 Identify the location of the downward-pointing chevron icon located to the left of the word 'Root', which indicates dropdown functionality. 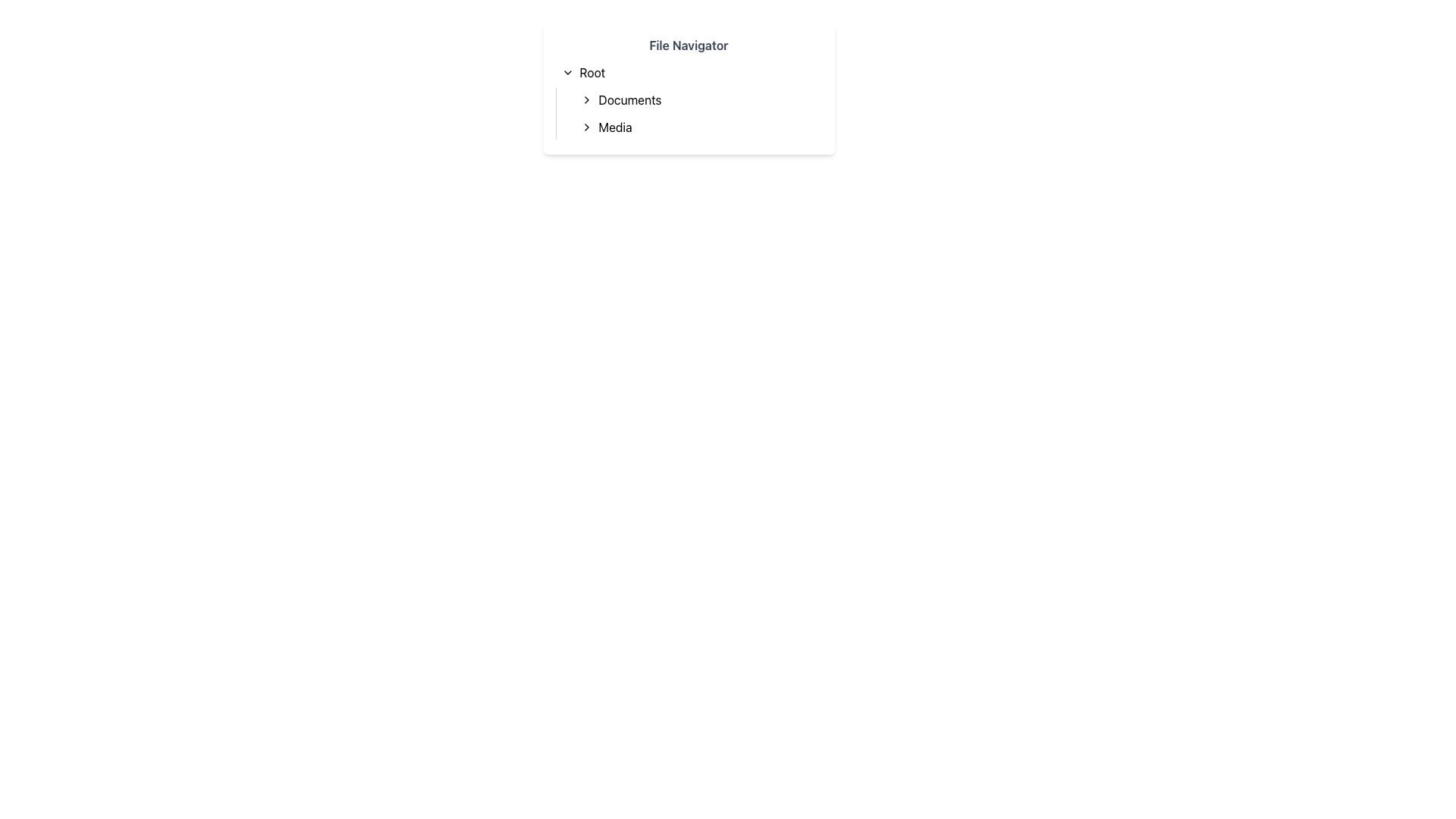
(566, 73).